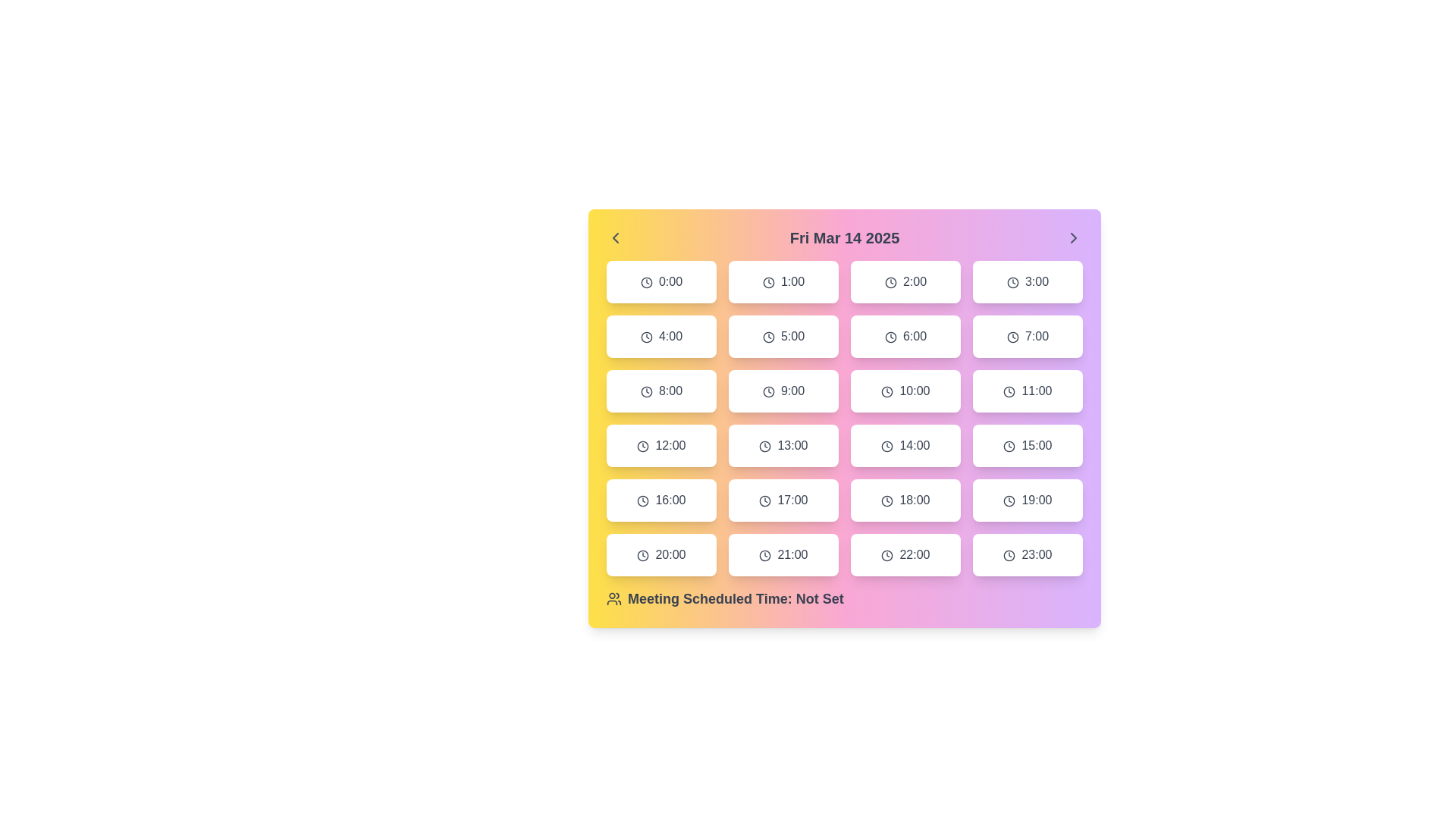  Describe the element at coordinates (1009, 445) in the screenshot. I see `the time representation icon located to the left of the '15:00' label in the schedule interface` at that location.